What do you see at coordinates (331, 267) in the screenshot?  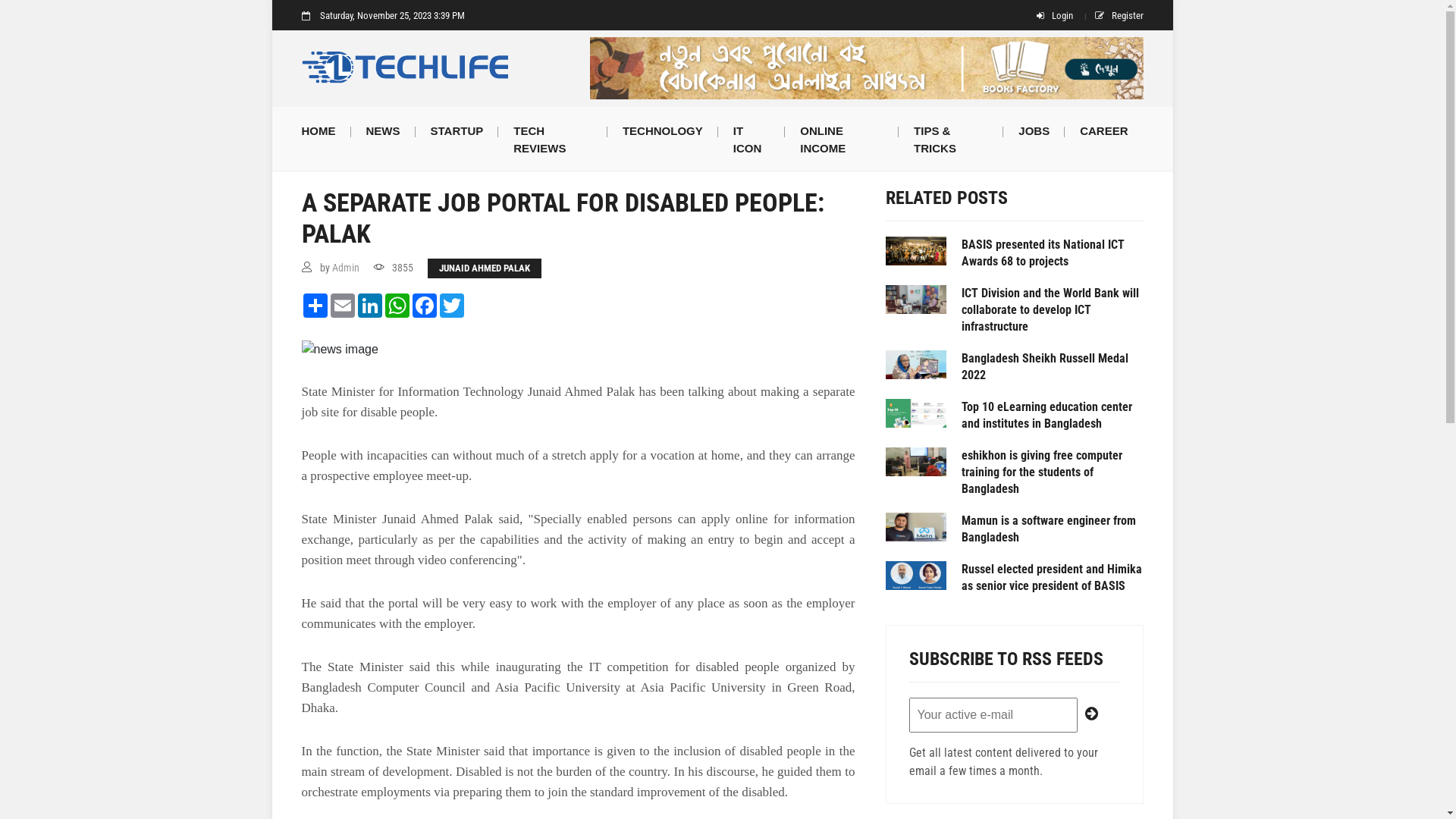 I see `'Admin'` at bounding box center [331, 267].